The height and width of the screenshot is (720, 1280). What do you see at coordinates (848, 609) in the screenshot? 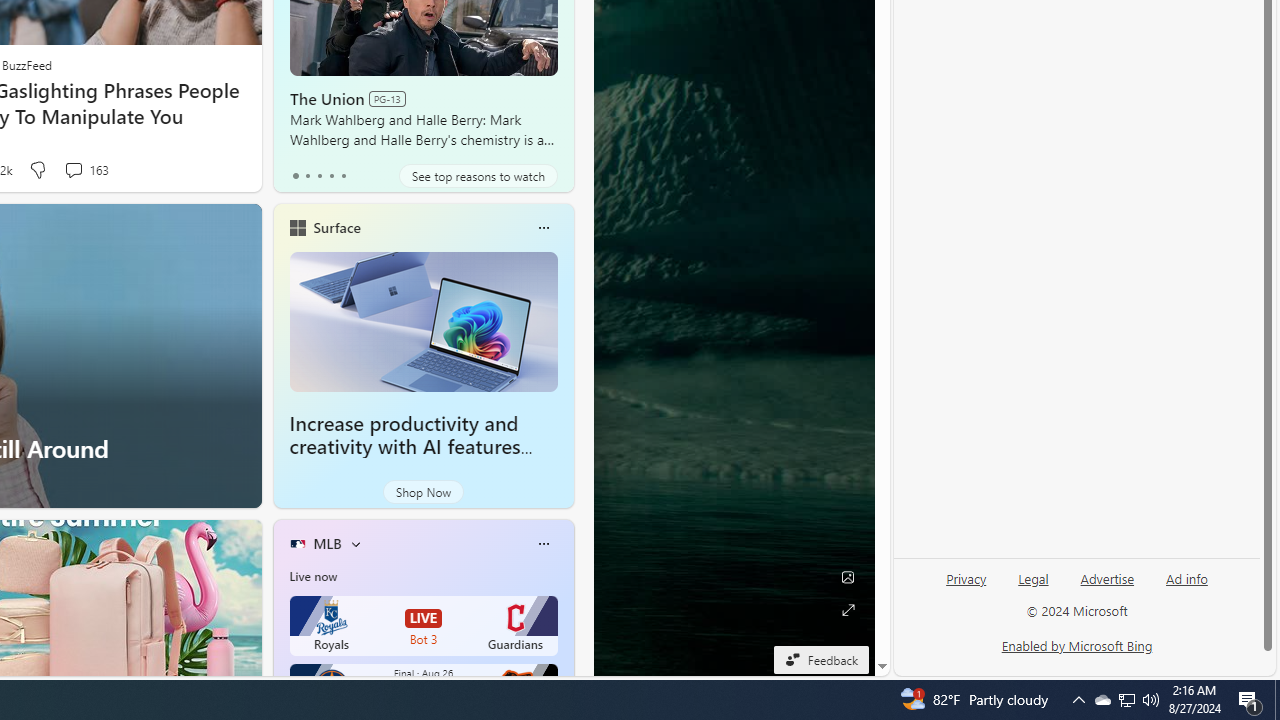
I see `'Expand background'` at bounding box center [848, 609].